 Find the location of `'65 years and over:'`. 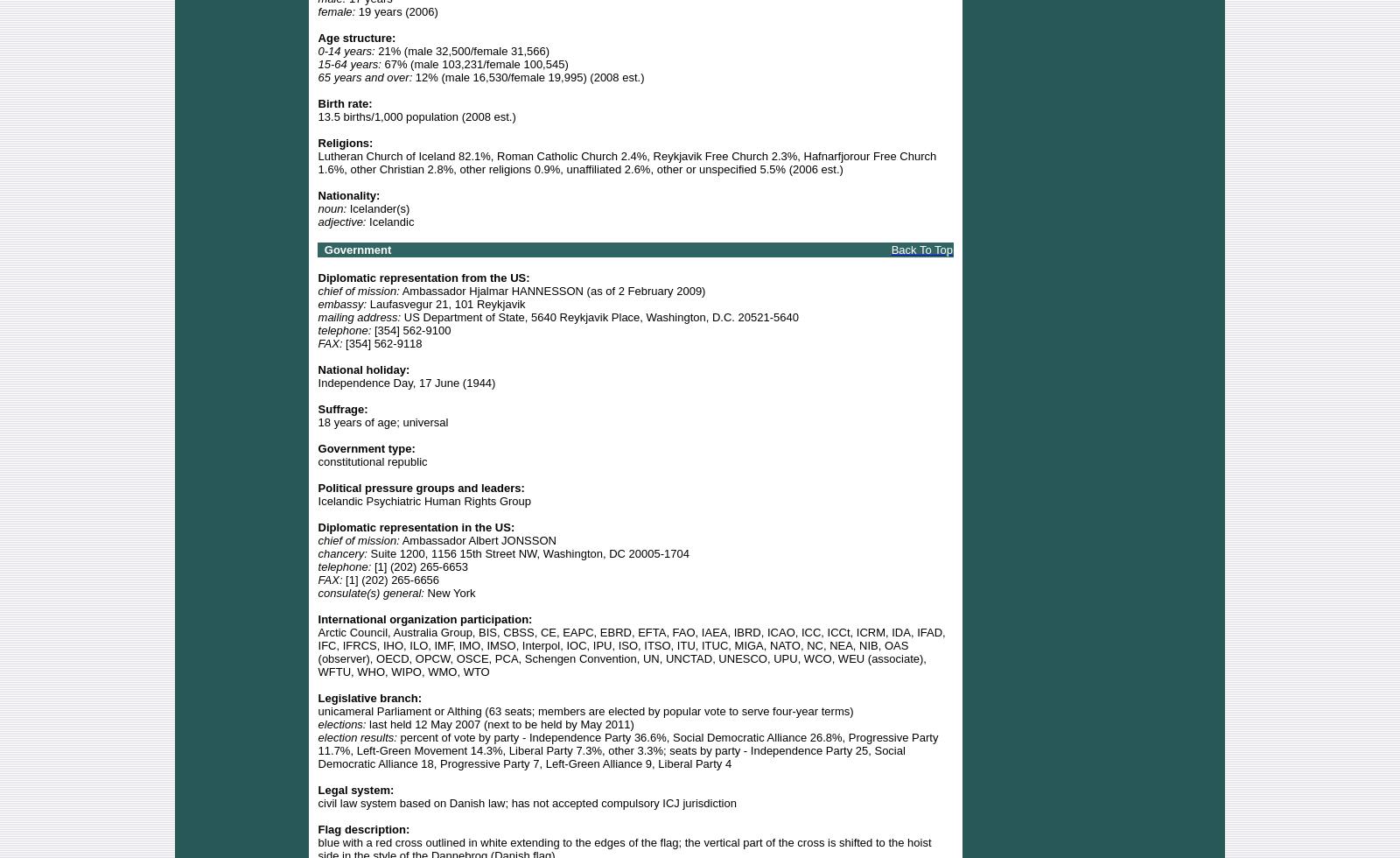

'65 years and over:' is located at coordinates (363, 76).